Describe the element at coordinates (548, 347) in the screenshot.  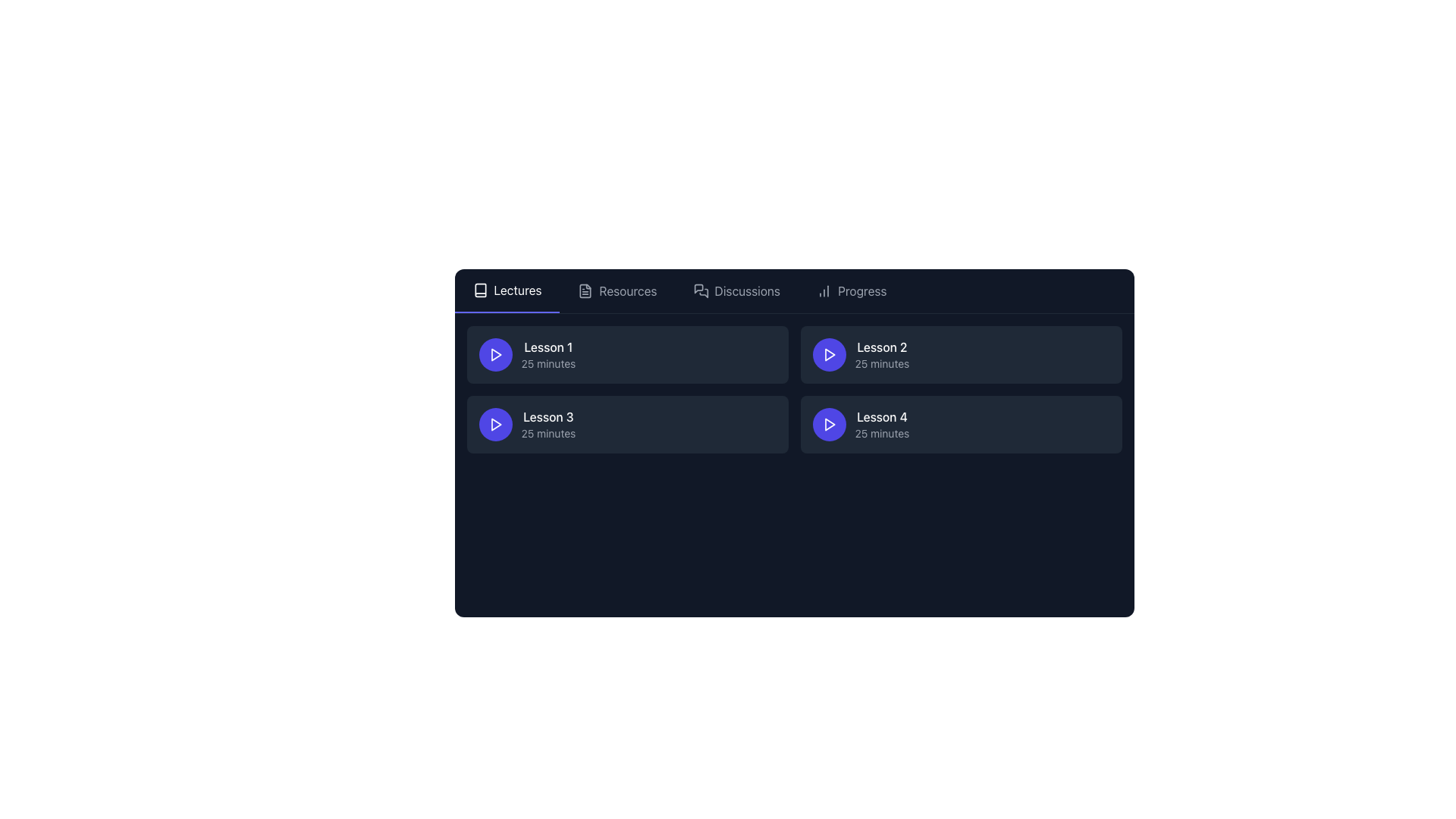
I see `text content of the 'Lesson 1' label which is located on the top-left part of the first card in the grid layout, rendered in white color and medium-weight font style` at that location.